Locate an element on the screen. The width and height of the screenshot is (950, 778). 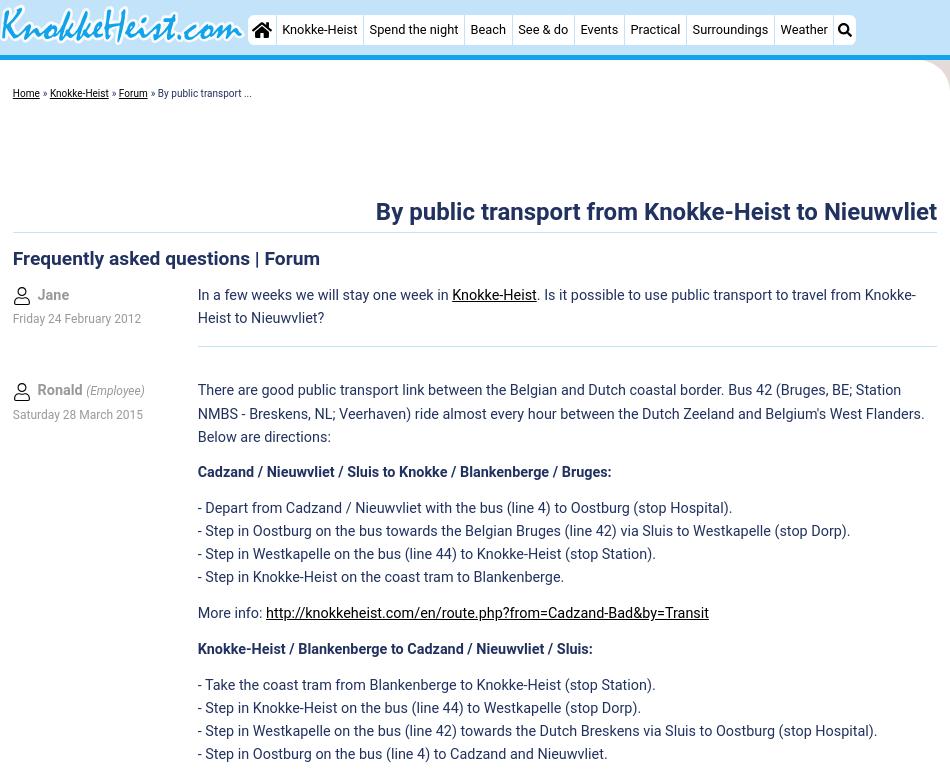
'Jane' is located at coordinates (53, 294).